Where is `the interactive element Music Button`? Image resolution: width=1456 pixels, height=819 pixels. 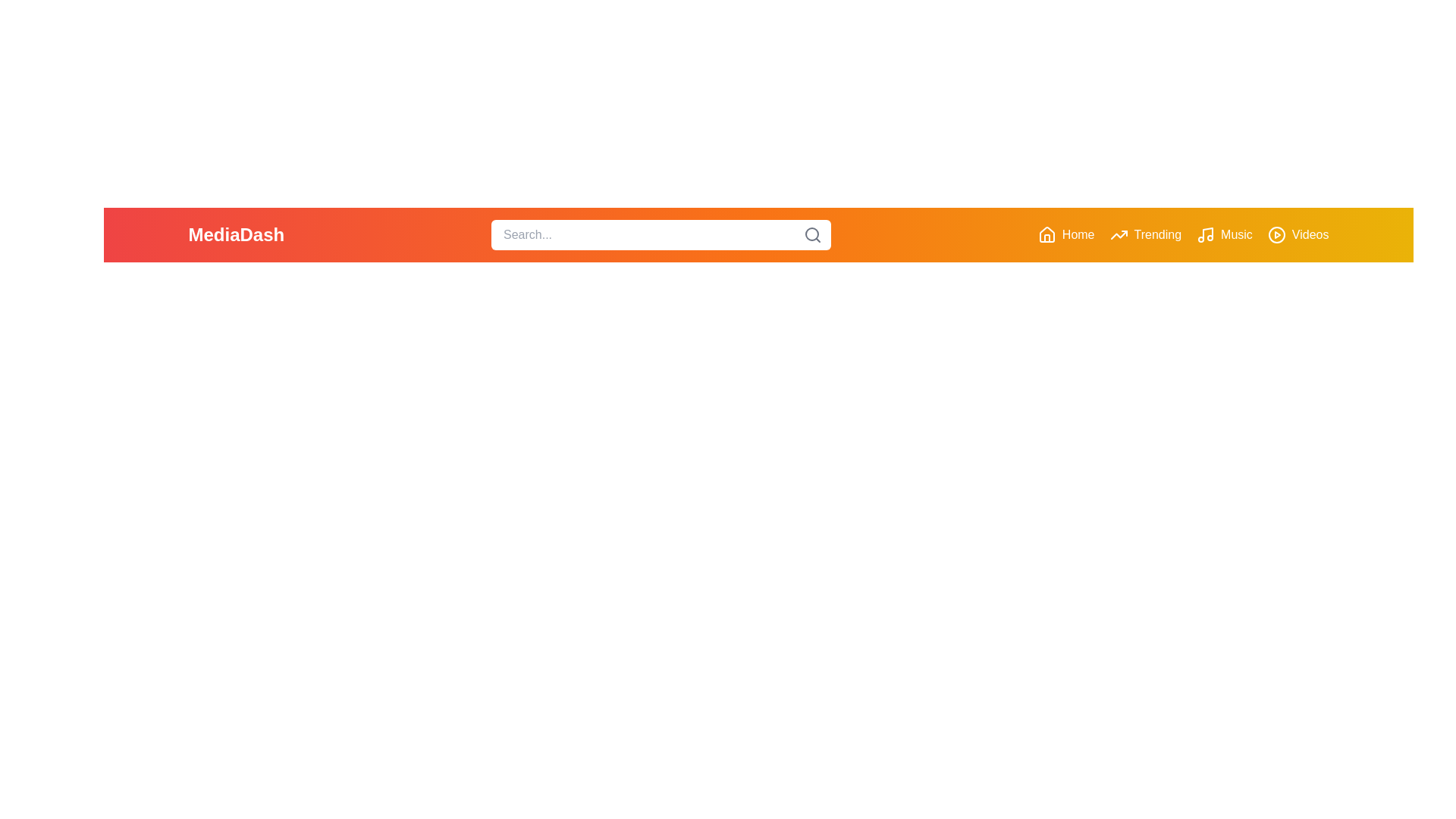
the interactive element Music Button is located at coordinates (1224, 234).